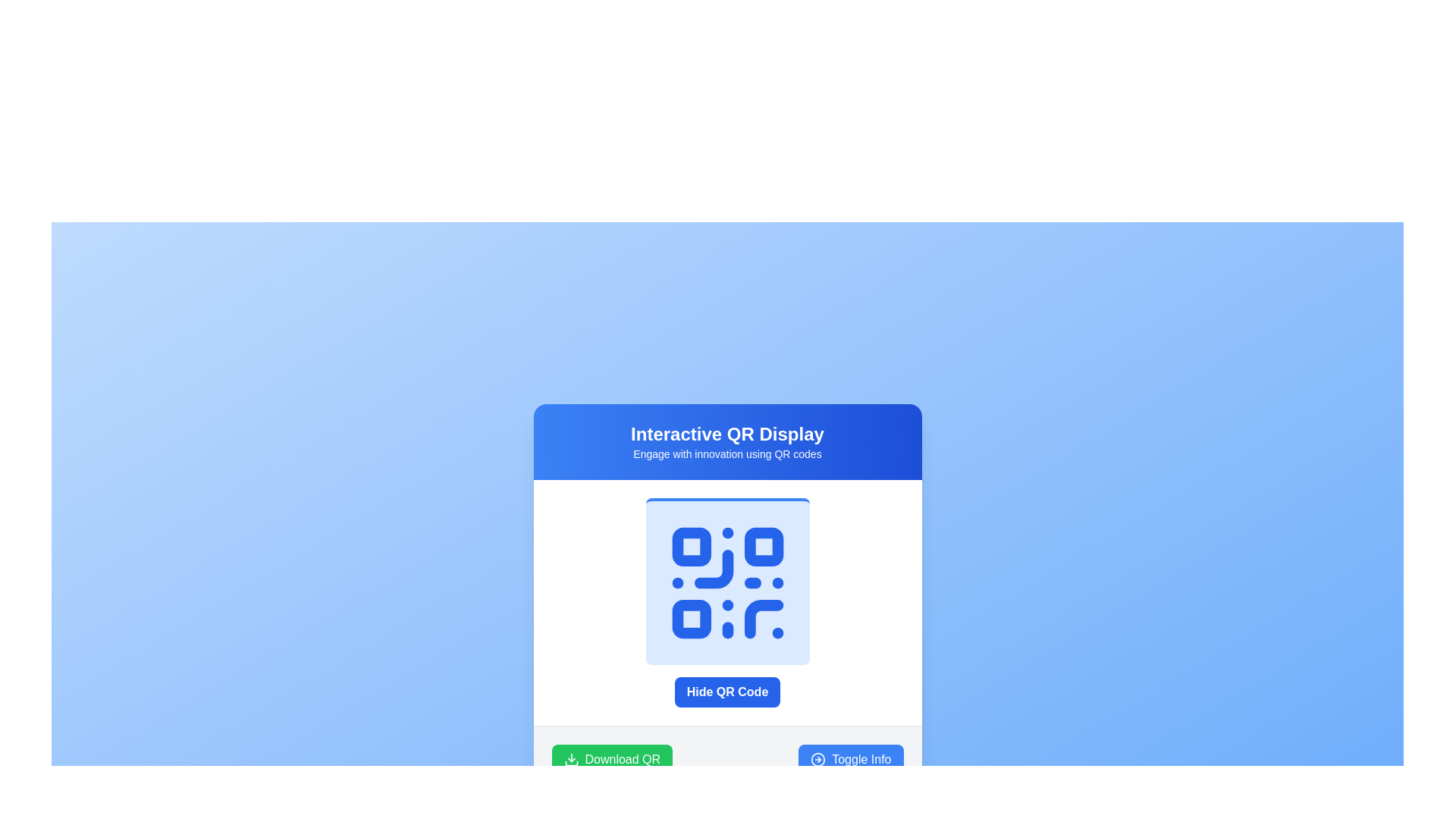  I want to click on the stylized blue QR code icon located in the 'Interactive QR Display' section of the interface, so click(726, 582).